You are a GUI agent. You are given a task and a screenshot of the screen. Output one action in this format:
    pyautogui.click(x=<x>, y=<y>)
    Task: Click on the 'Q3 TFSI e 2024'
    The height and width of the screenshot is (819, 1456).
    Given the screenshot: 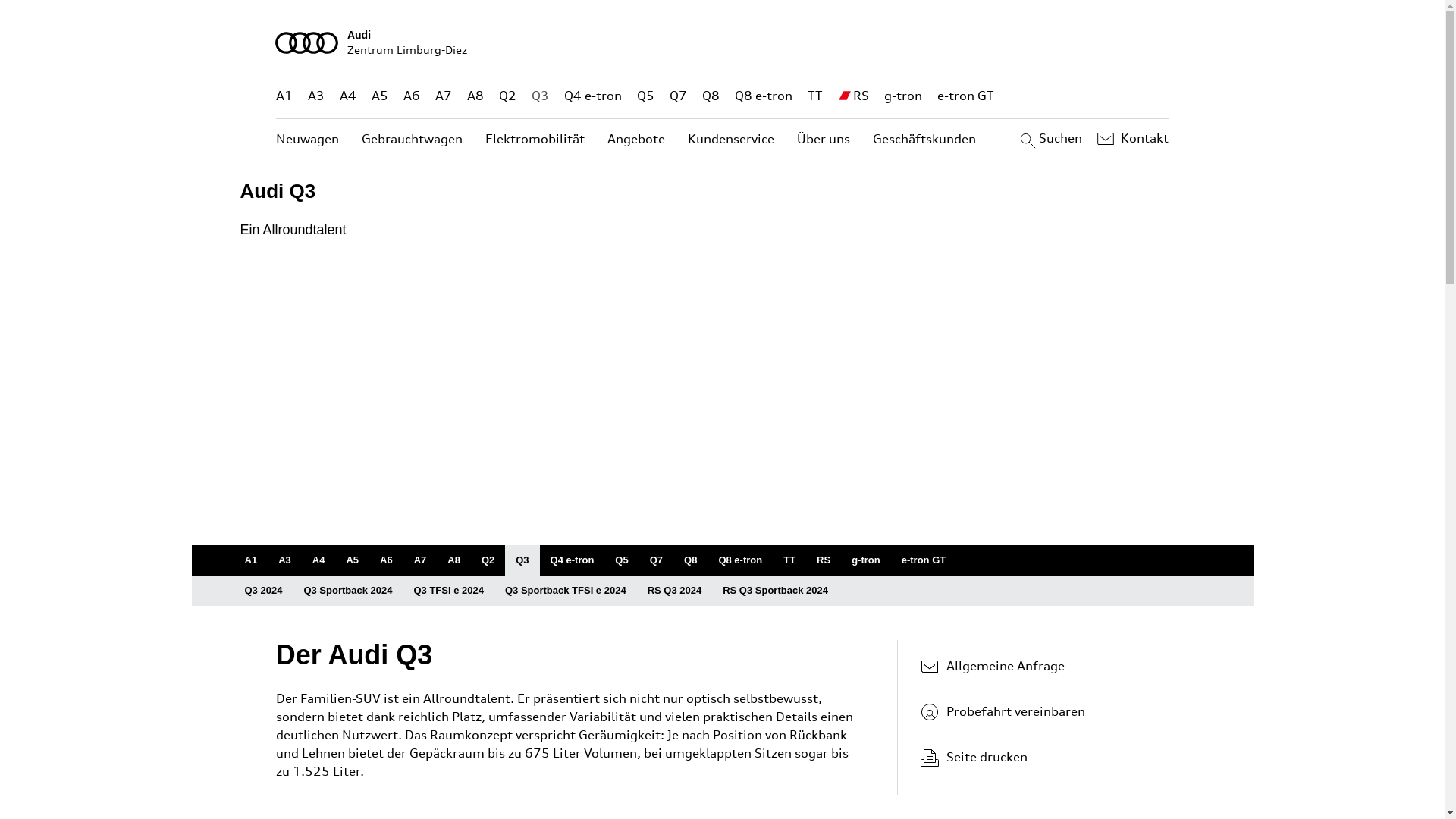 What is the action you would take?
    pyautogui.click(x=403, y=590)
    